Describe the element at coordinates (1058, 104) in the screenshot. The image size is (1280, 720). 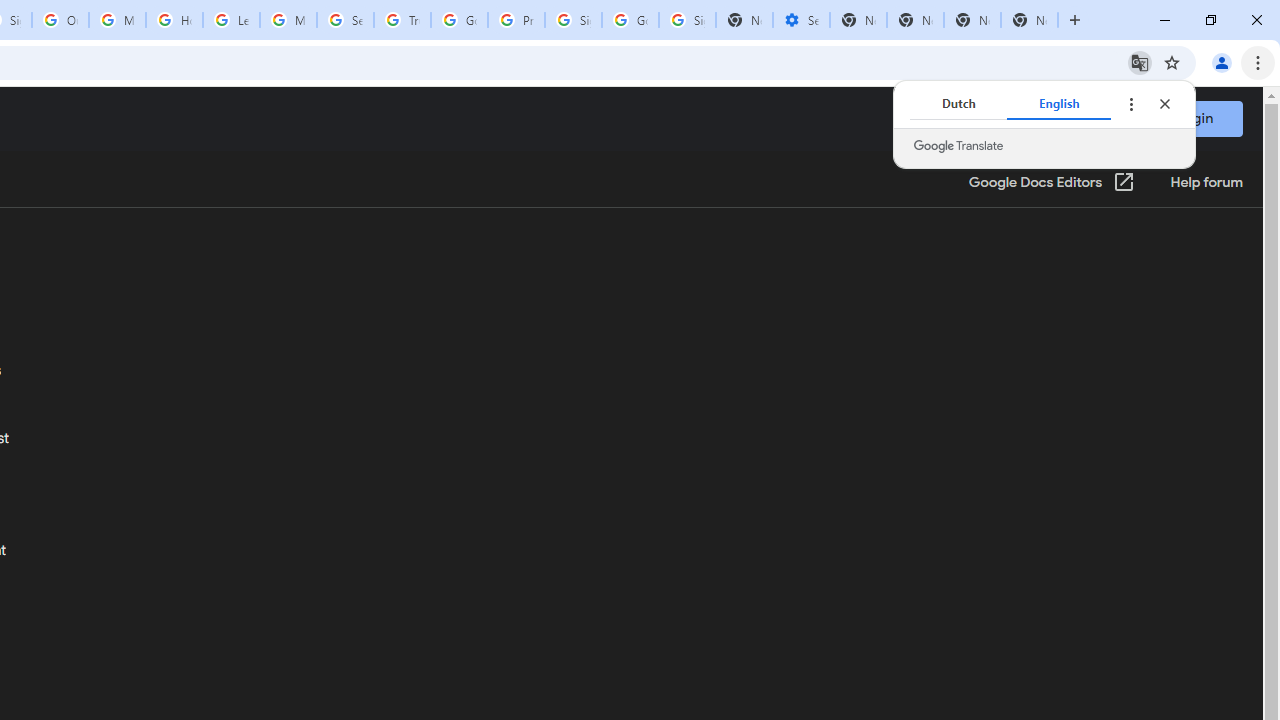
I see `'English'` at that location.